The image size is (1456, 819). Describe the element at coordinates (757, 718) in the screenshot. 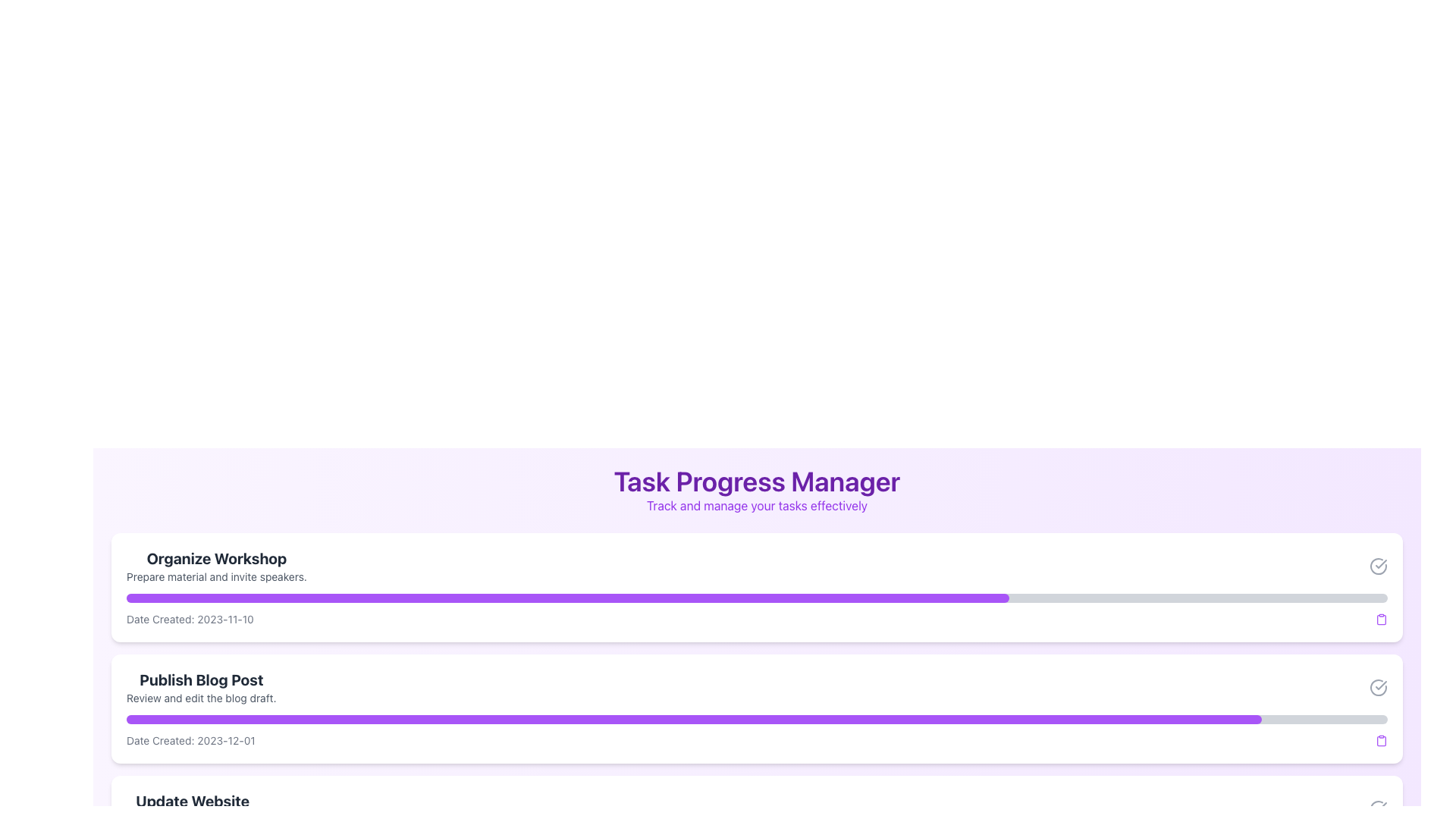

I see `the progress bar located within the 'Publish Blog Post' card, which is styled with a light gray background and a filled purple segment, situated between 'Review and edit the blog draft.' and 'Date Created: 2023-12-01'` at that location.